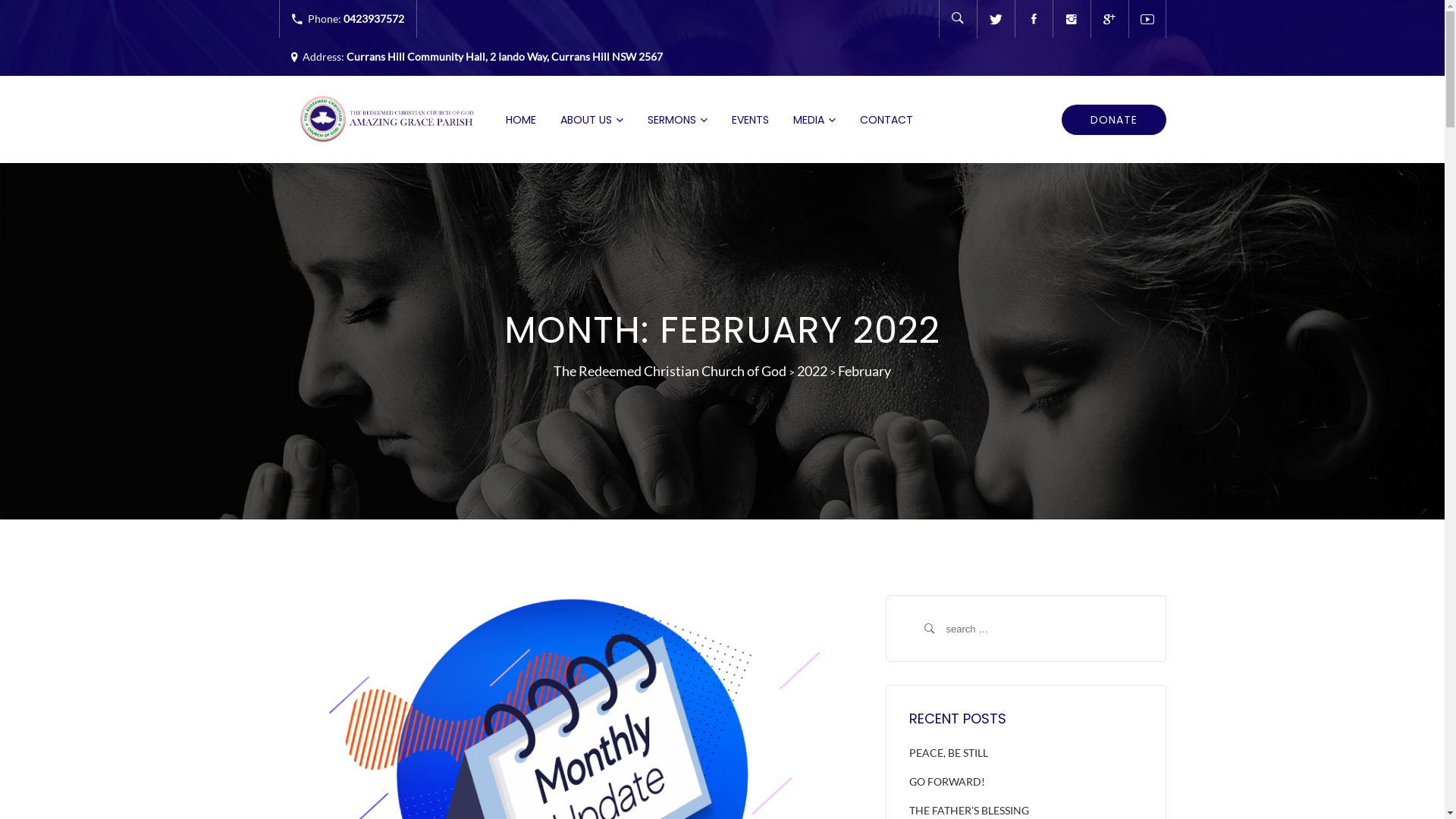  What do you see at coordinates (669, 371) in the screenshot?
I see `'The Redeemed Christian Church of God'` at bounding box center [669, 371].